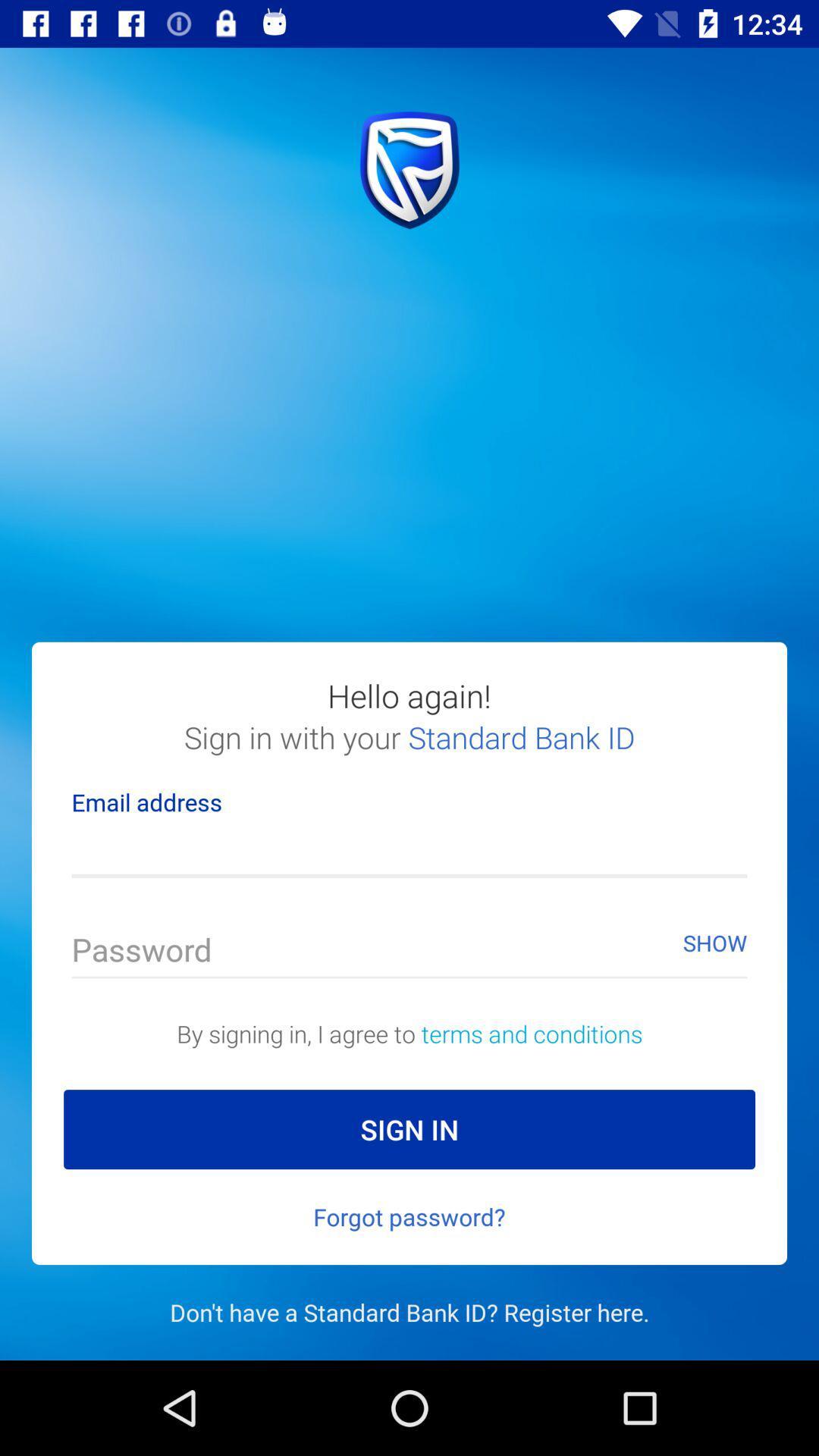 The height and width of the screenshot is (1456, 819). Describe the element at coordinates (409, 952) in the screenshot. I see `password` at that location.